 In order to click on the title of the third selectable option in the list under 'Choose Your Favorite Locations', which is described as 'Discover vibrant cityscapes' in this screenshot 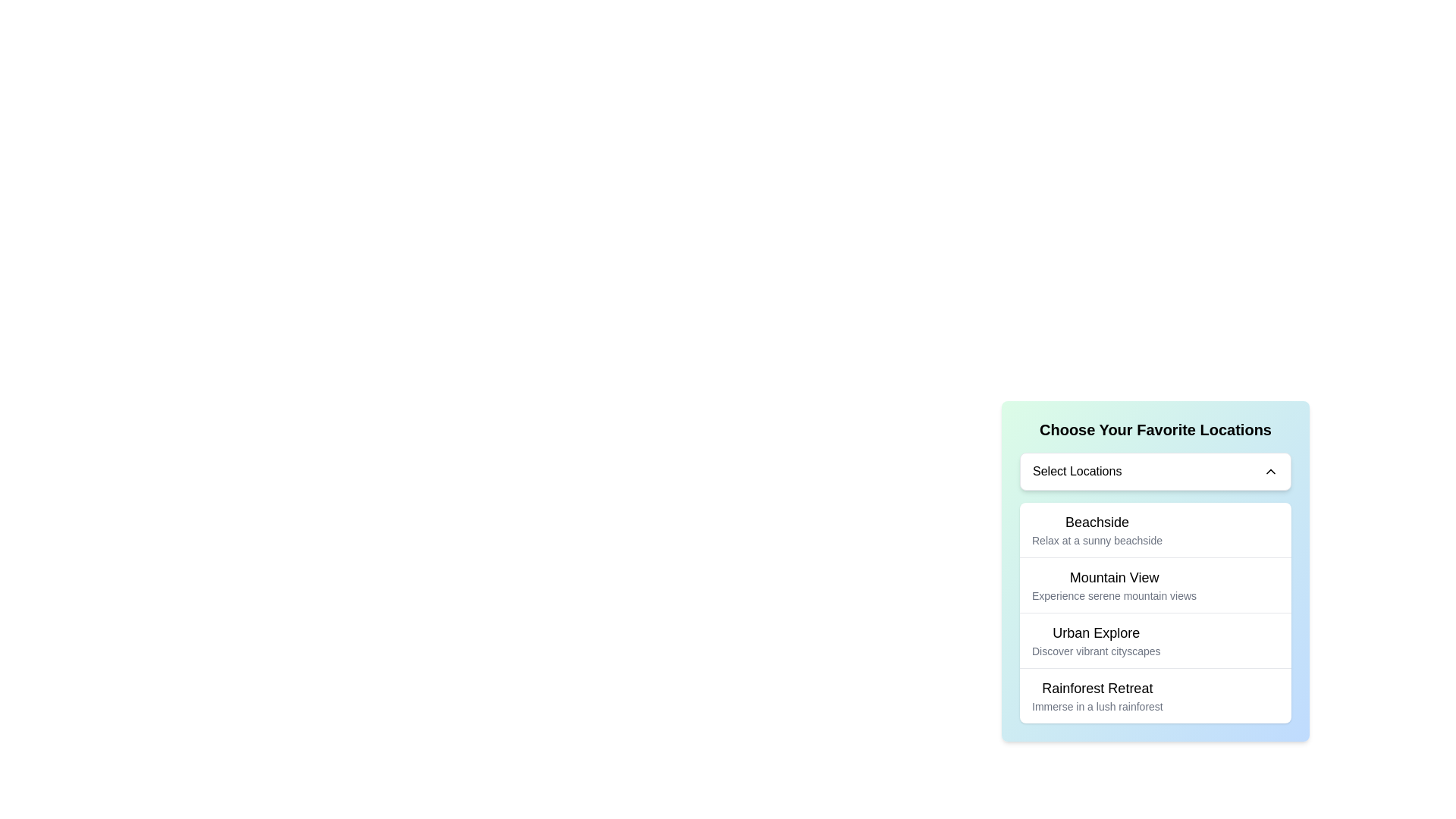, I will do `click(1096, 632)`.